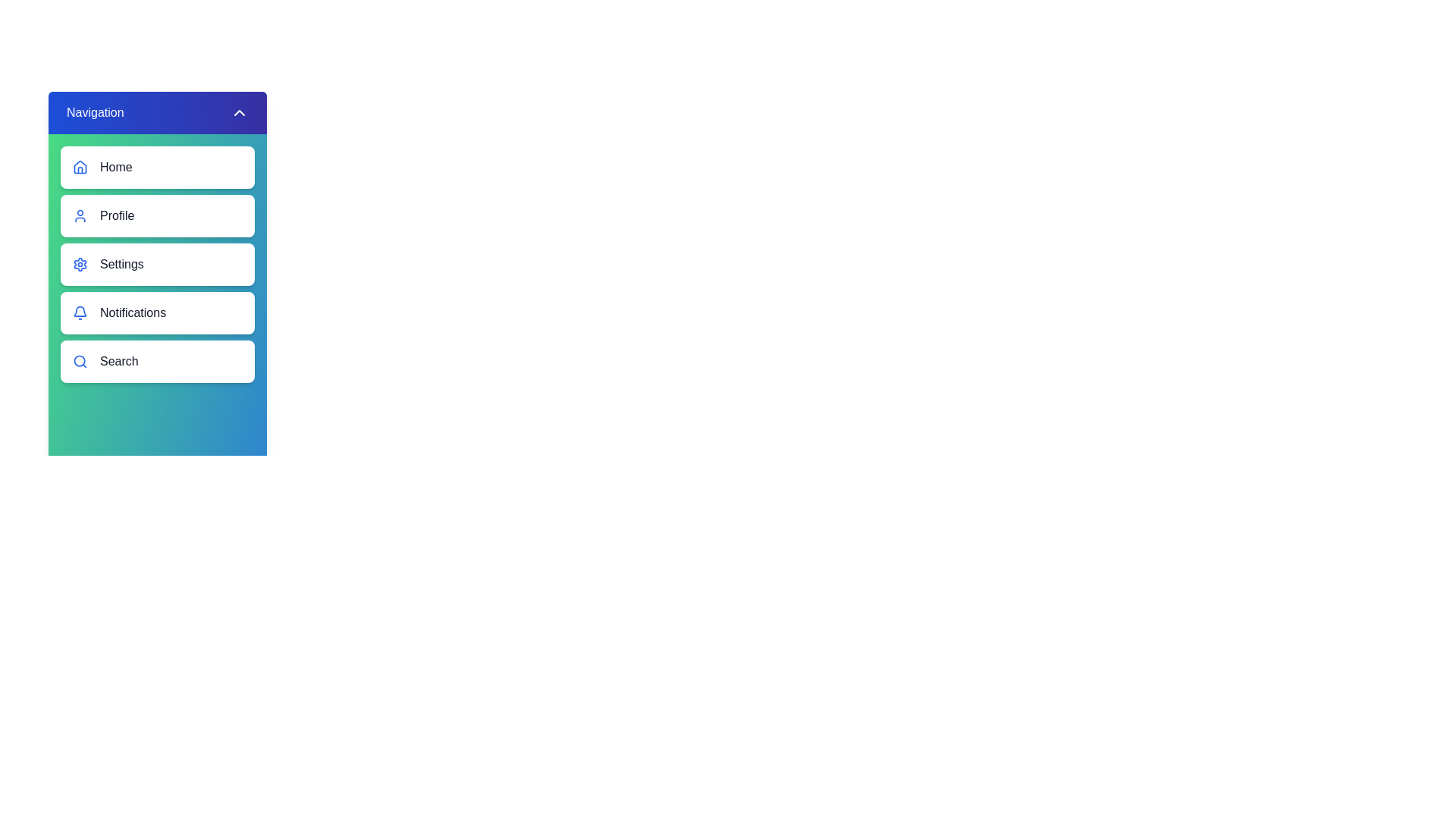 The height and width of the screenshot is (819, 1456). What do you see at coordinates (79, 263) in the screenshot?
I see `the 'Settings' icon located at the left edge of the 'Settings' button in the navigation menu` at bounding box center [79, 263].